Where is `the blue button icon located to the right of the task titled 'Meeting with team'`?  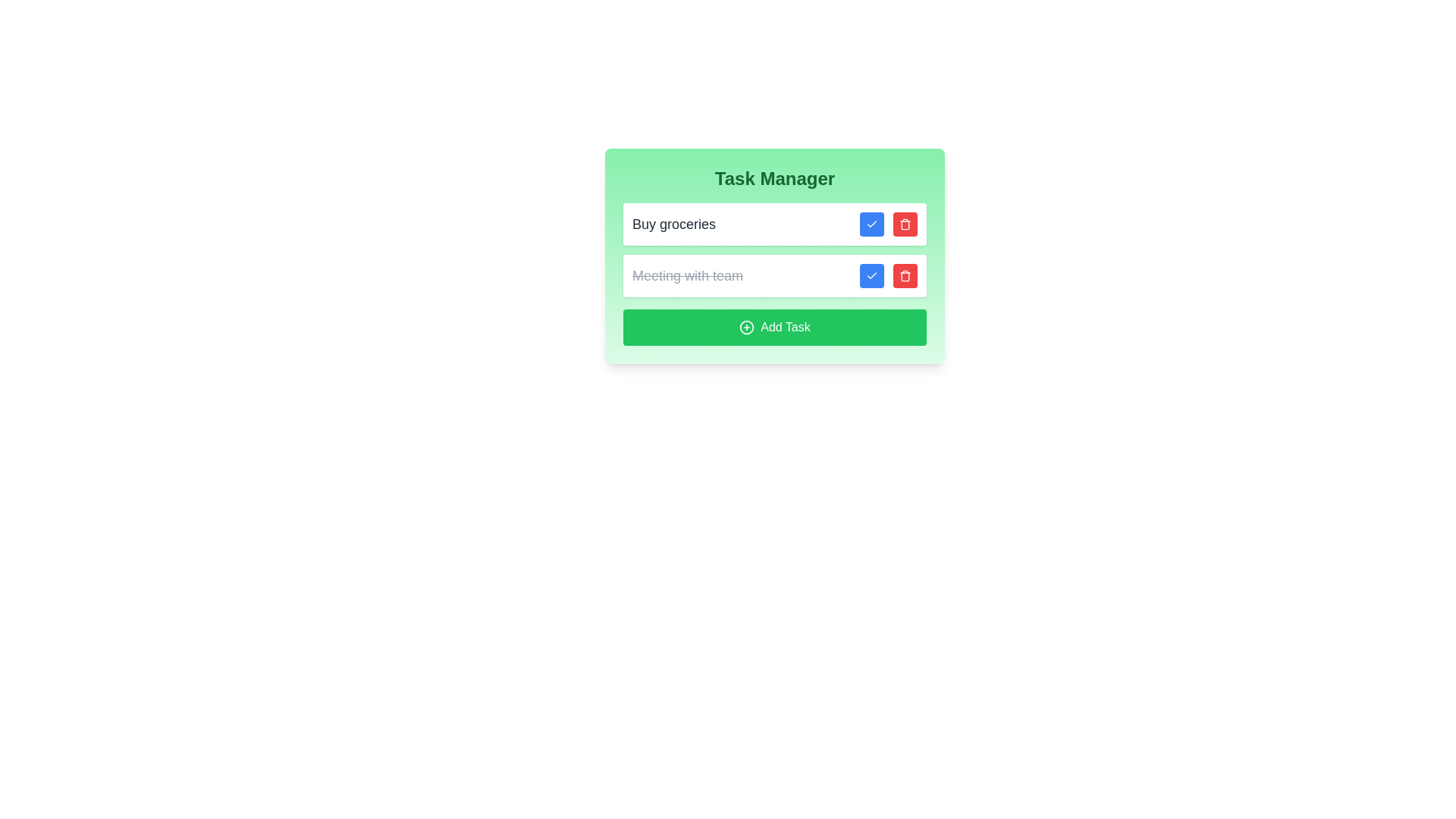 the blue button icon located to the right of the task titled 'Meeting with team' is located at coordinates (872, 275).